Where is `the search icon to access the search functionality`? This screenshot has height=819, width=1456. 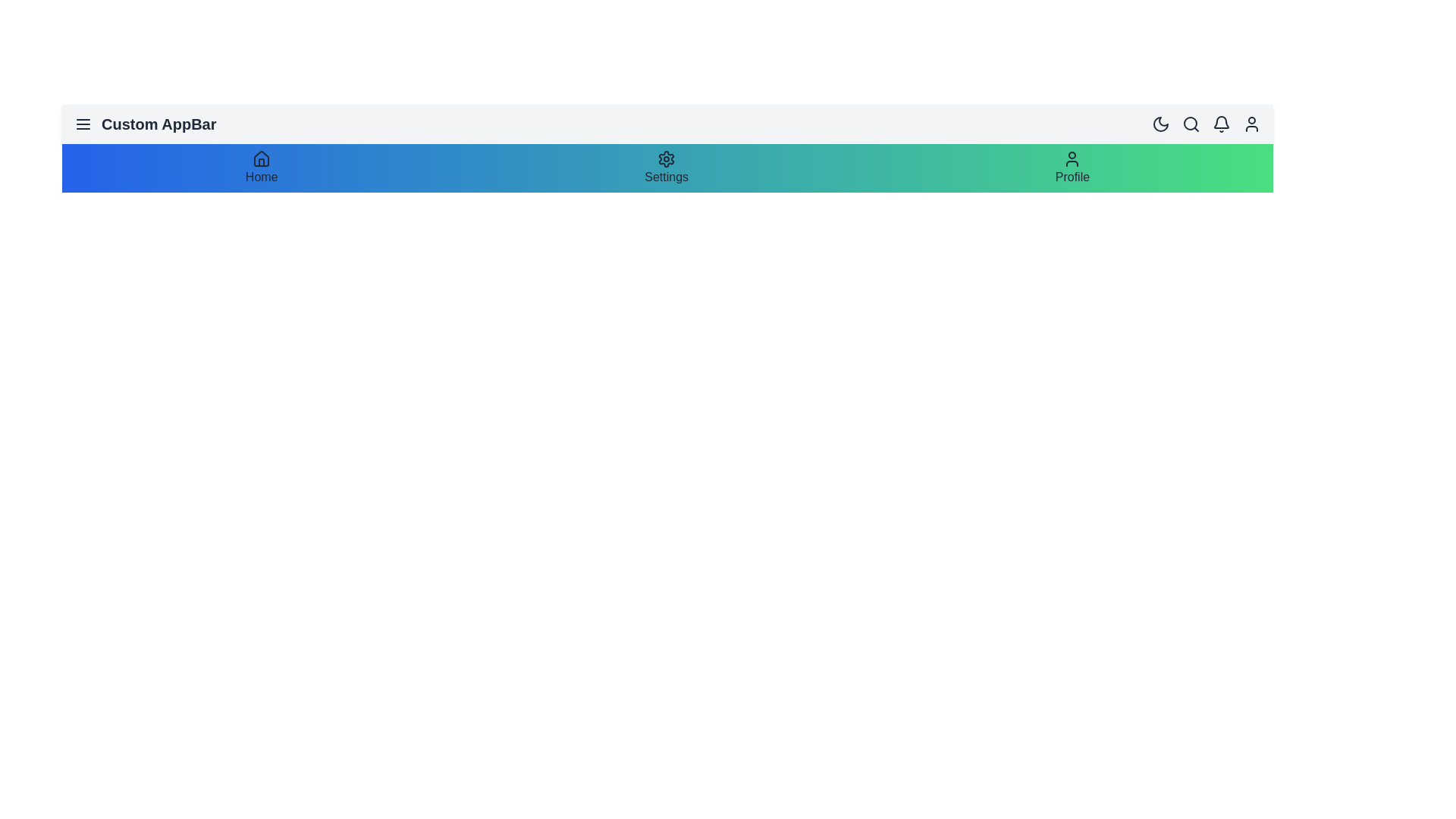
the search icon to access the search functionality is located at coordinates (1190, 124).